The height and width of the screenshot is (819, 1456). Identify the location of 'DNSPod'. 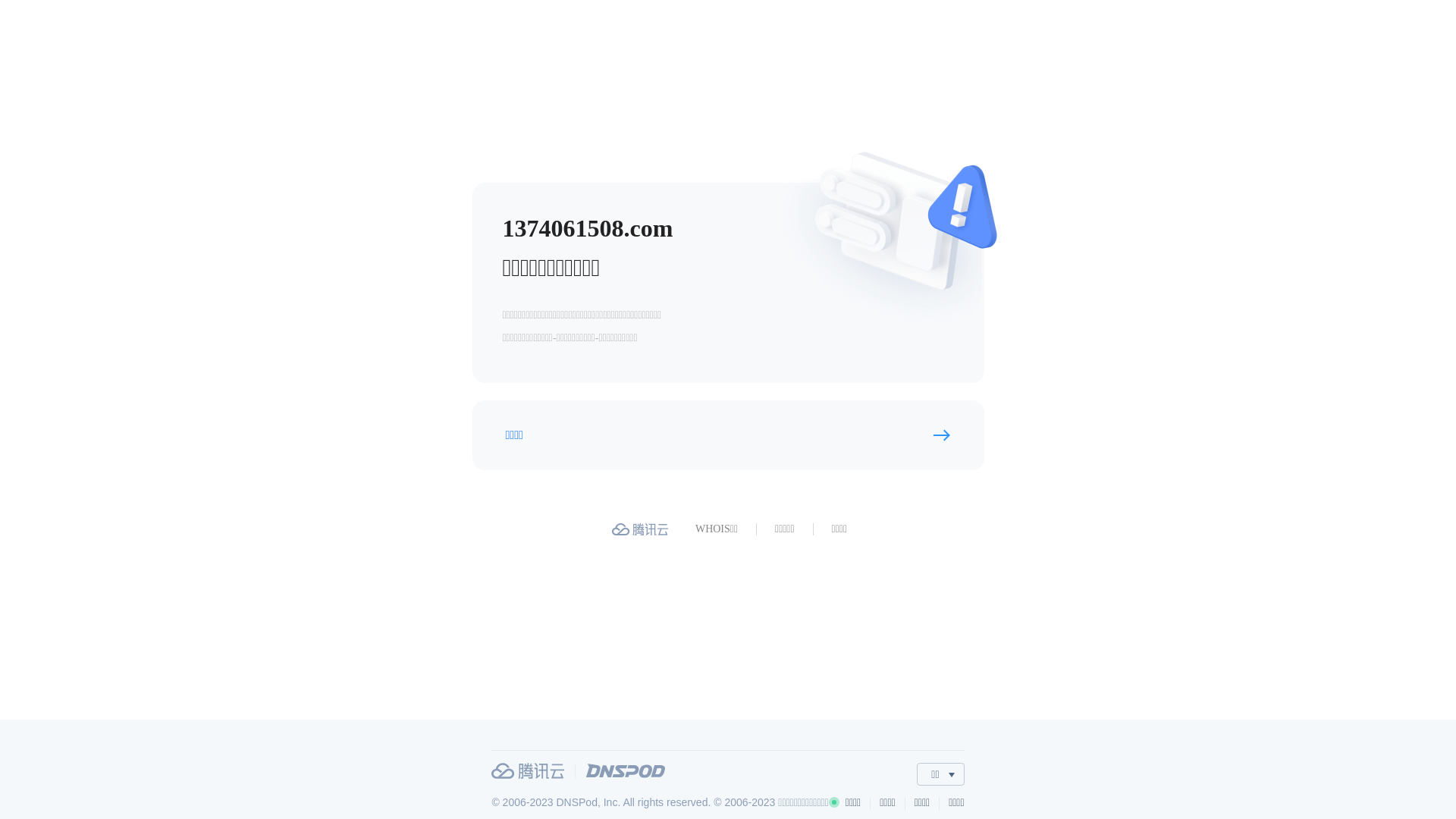
(626, 770).